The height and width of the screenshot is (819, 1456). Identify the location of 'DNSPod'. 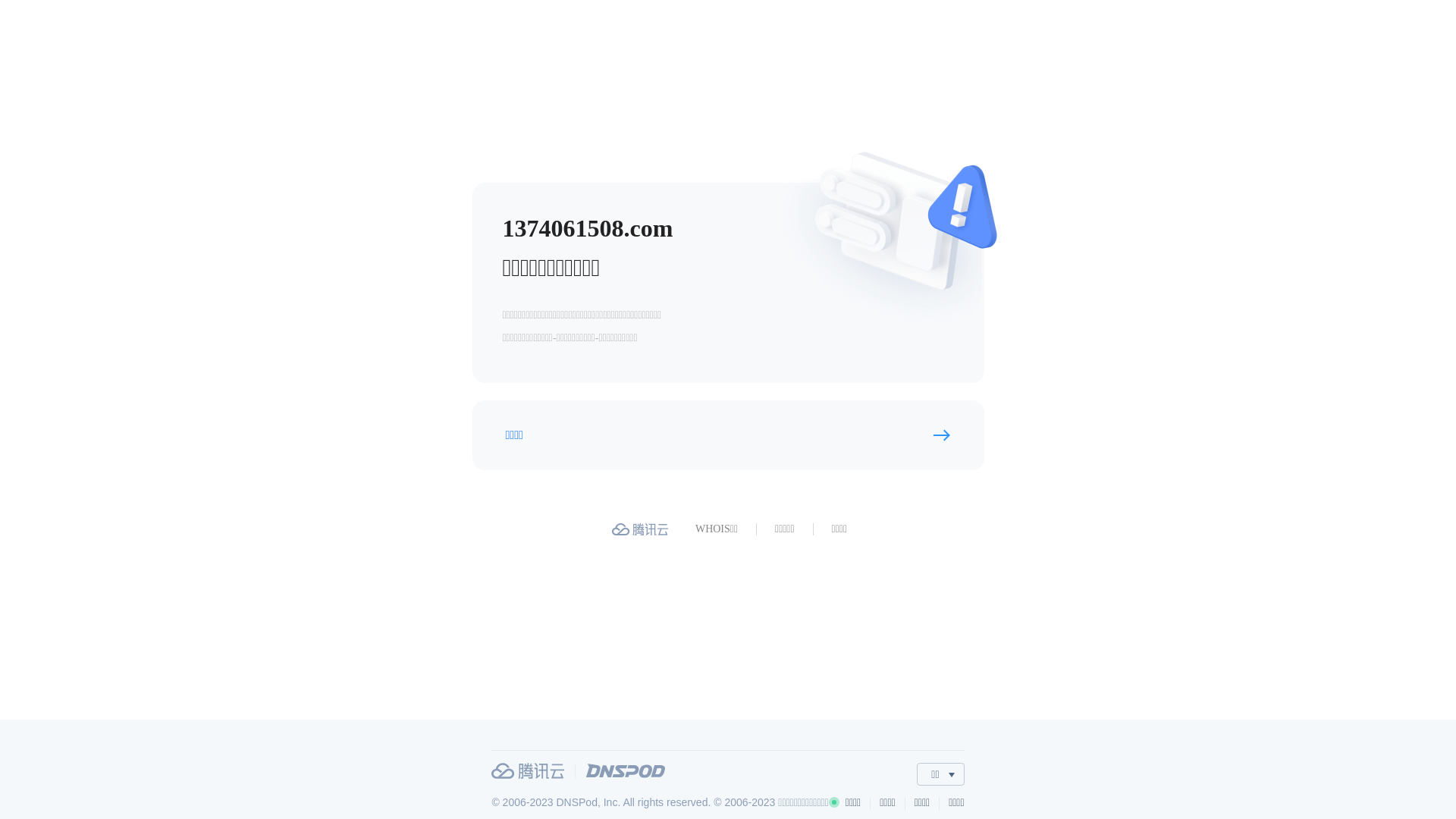
(626, 770).